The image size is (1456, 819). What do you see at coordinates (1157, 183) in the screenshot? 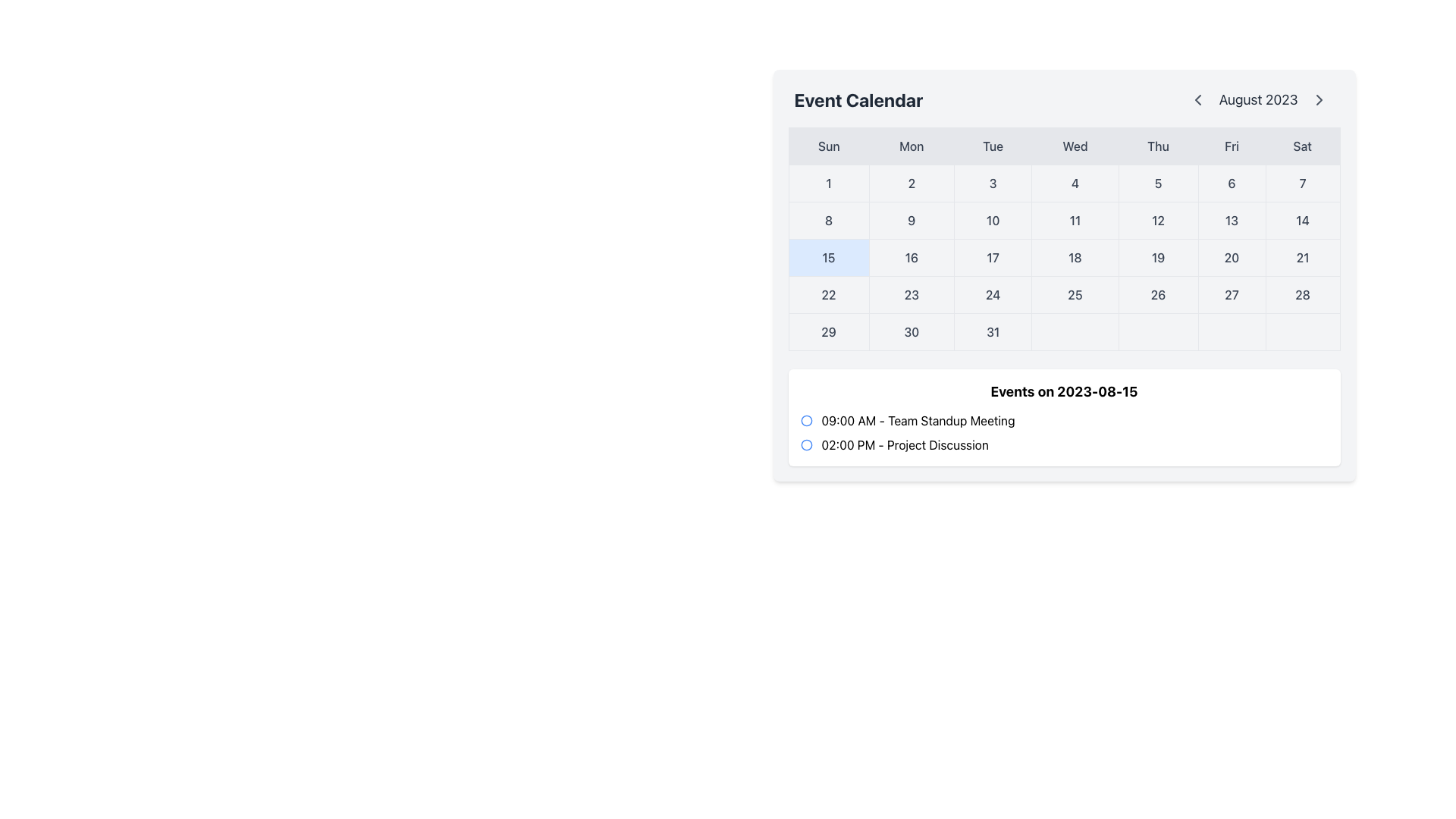
I see `the clickable day cell displaying the number '5' in the calendar grid` at bounding box center [1157, 183].